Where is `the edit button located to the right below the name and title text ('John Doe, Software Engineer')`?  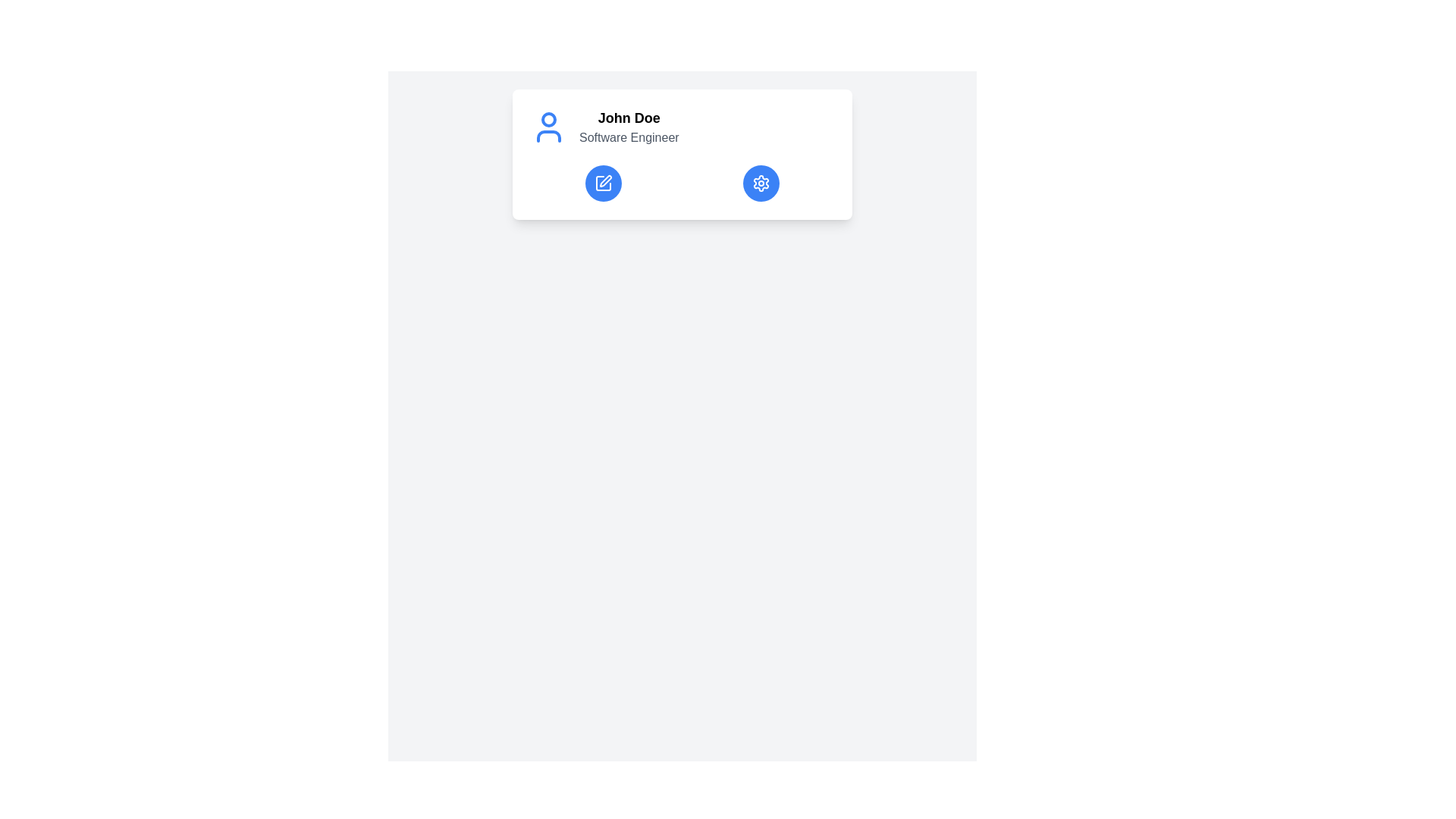
the edit button located to the right below the name and title text ('John Doe, Software Engineer') is located at coordinates (603, 183).